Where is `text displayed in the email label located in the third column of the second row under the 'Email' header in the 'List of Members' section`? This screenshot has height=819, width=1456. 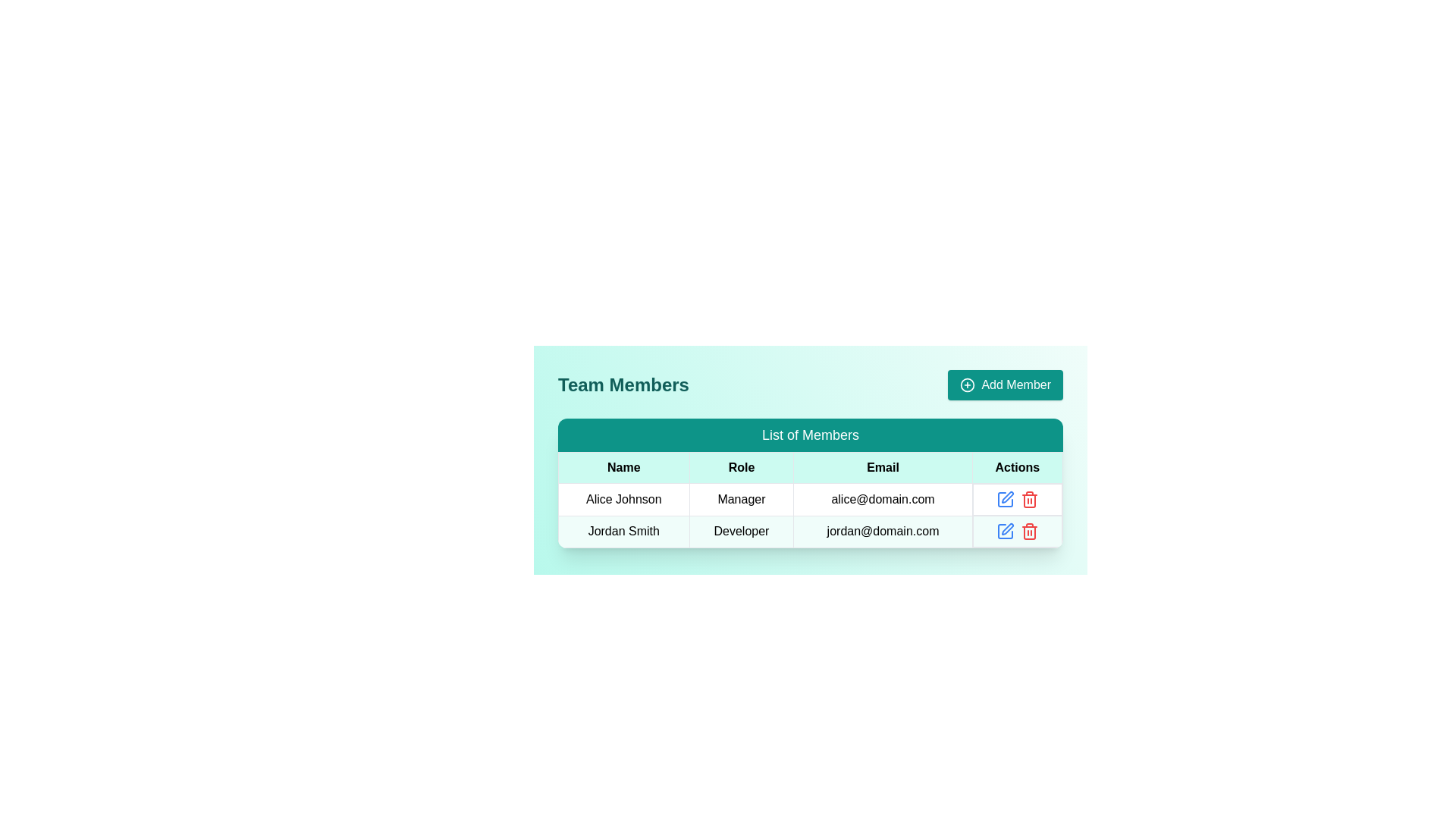
text displayed in the email label located in the third column of the second row under the 'Email' header in the 'List of Members' section is located at coordinates (883, 531).